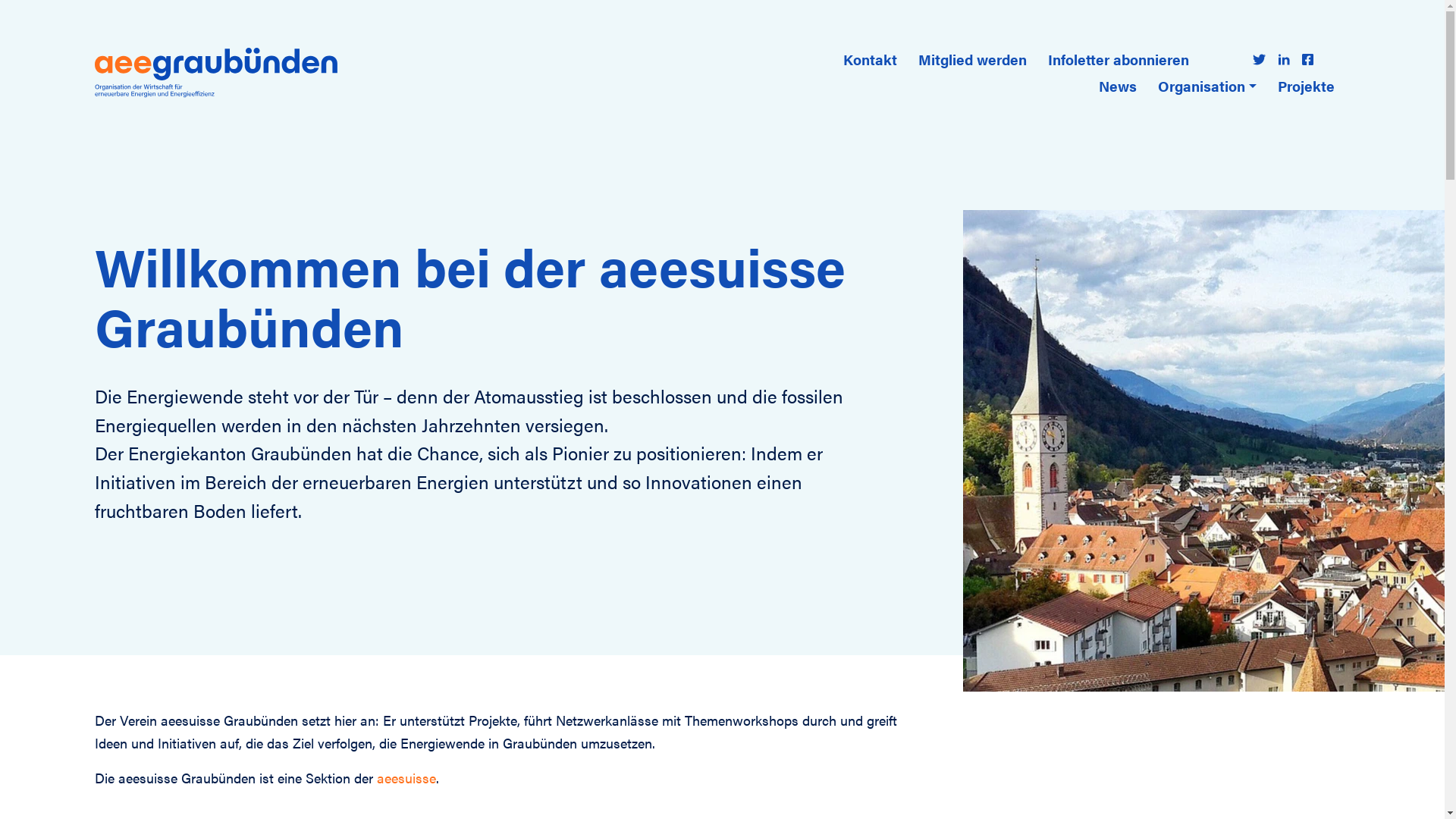 This screenshot has height=819, width=1456. What do you see at coordinates (1117, 86) in the screenshot?
I see `'News'` at bounding box center [1117, 86].